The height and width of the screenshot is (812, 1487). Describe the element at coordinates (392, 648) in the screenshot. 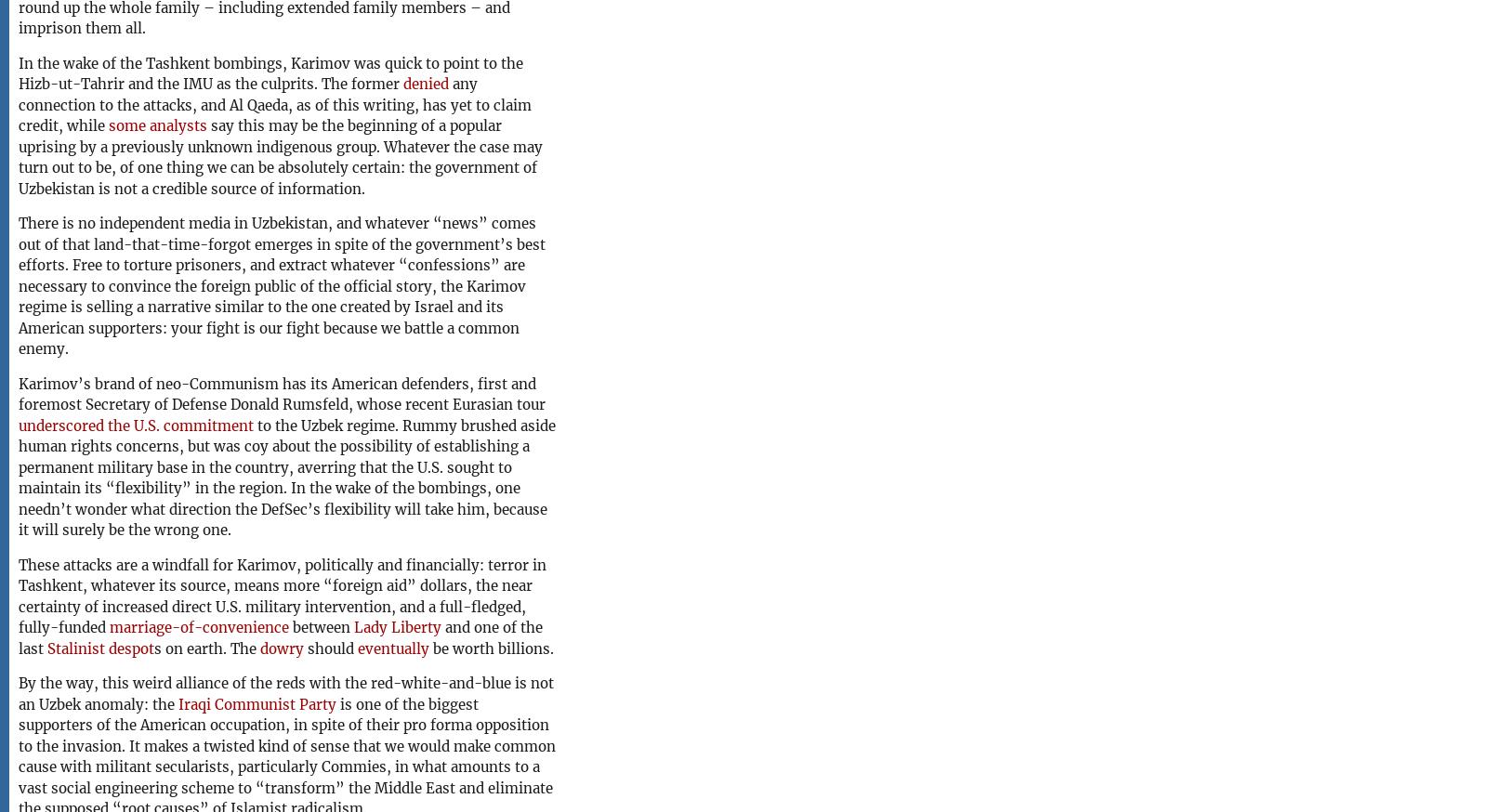

I see `'eventually'` at that location.